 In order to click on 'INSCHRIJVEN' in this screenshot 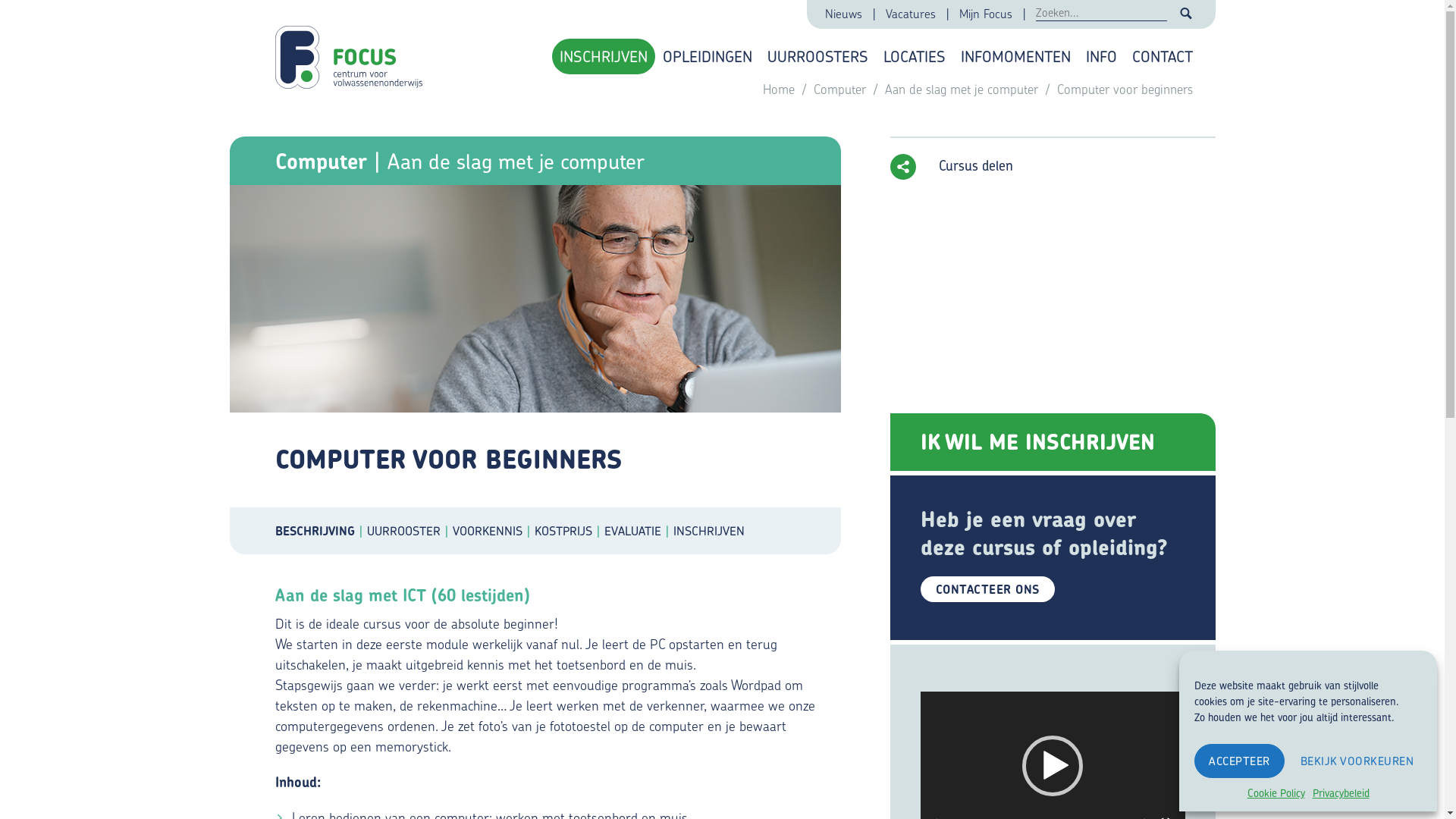, I will do `click(603, 55)`.